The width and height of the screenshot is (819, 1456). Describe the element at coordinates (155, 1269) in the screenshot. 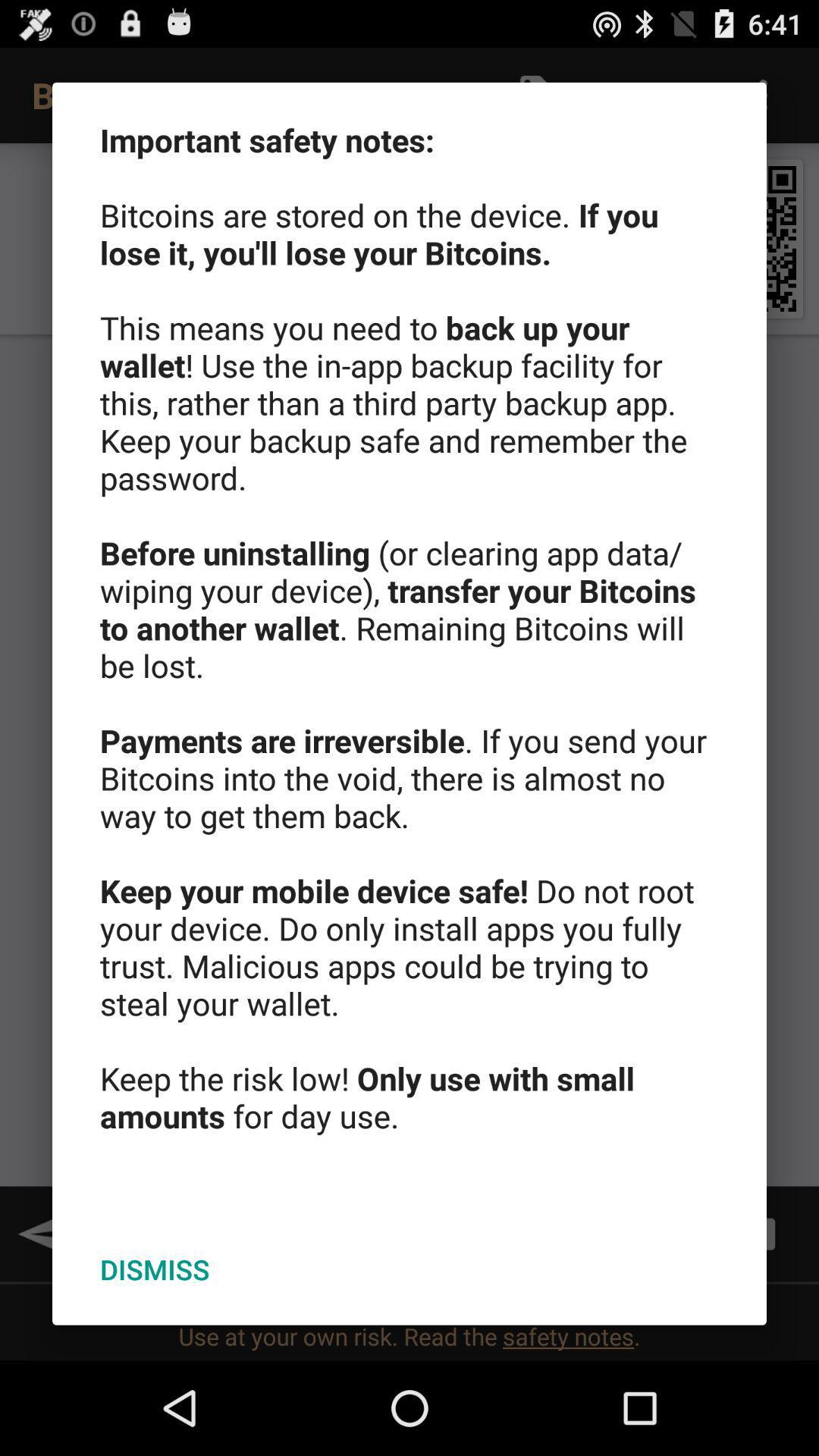

I see `dismiss button` at that location.